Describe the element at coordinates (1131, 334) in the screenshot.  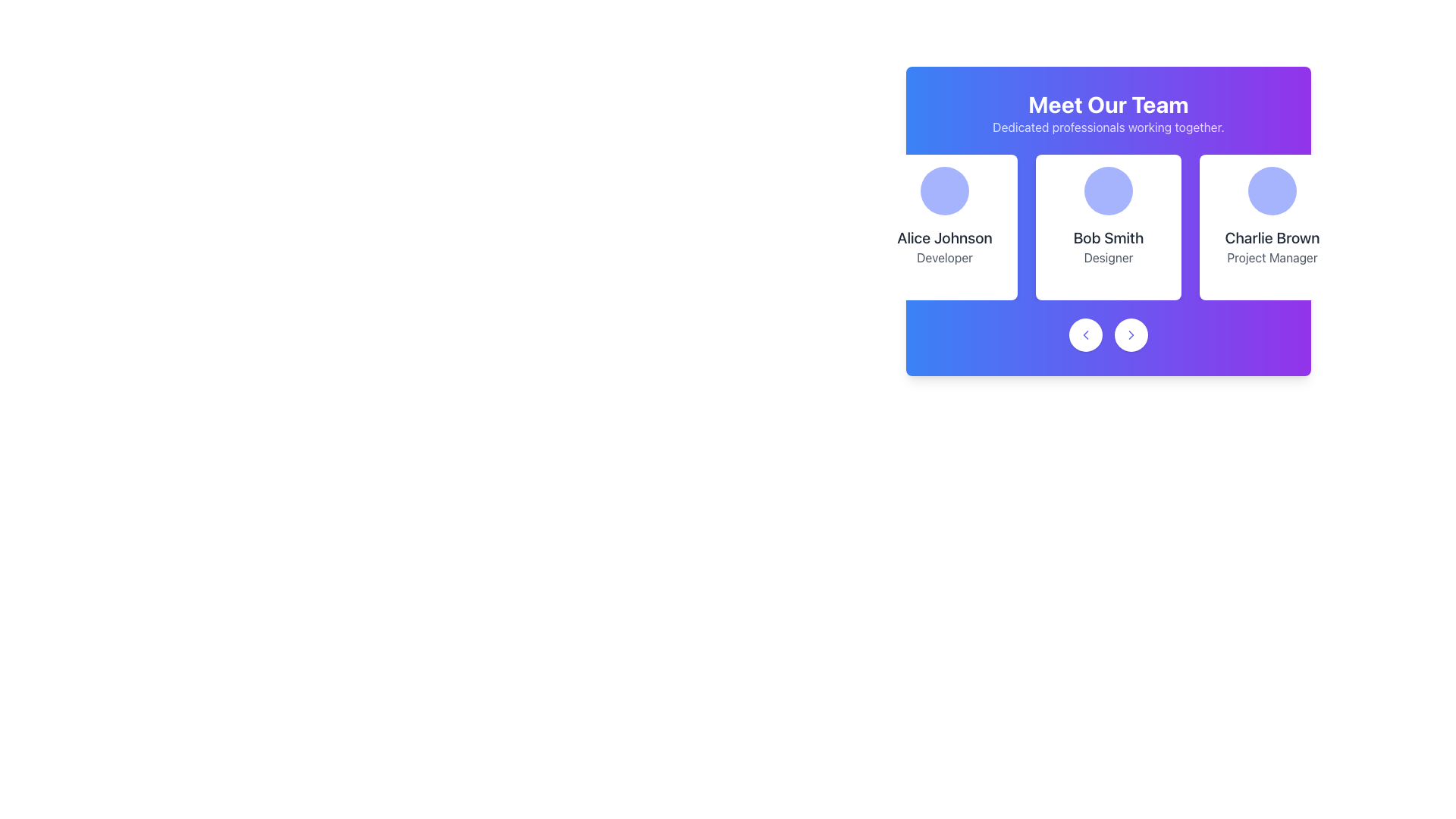
I see `the chevron located within the SVG of the navigation button on the right side, just below the team profile cards` at that location.